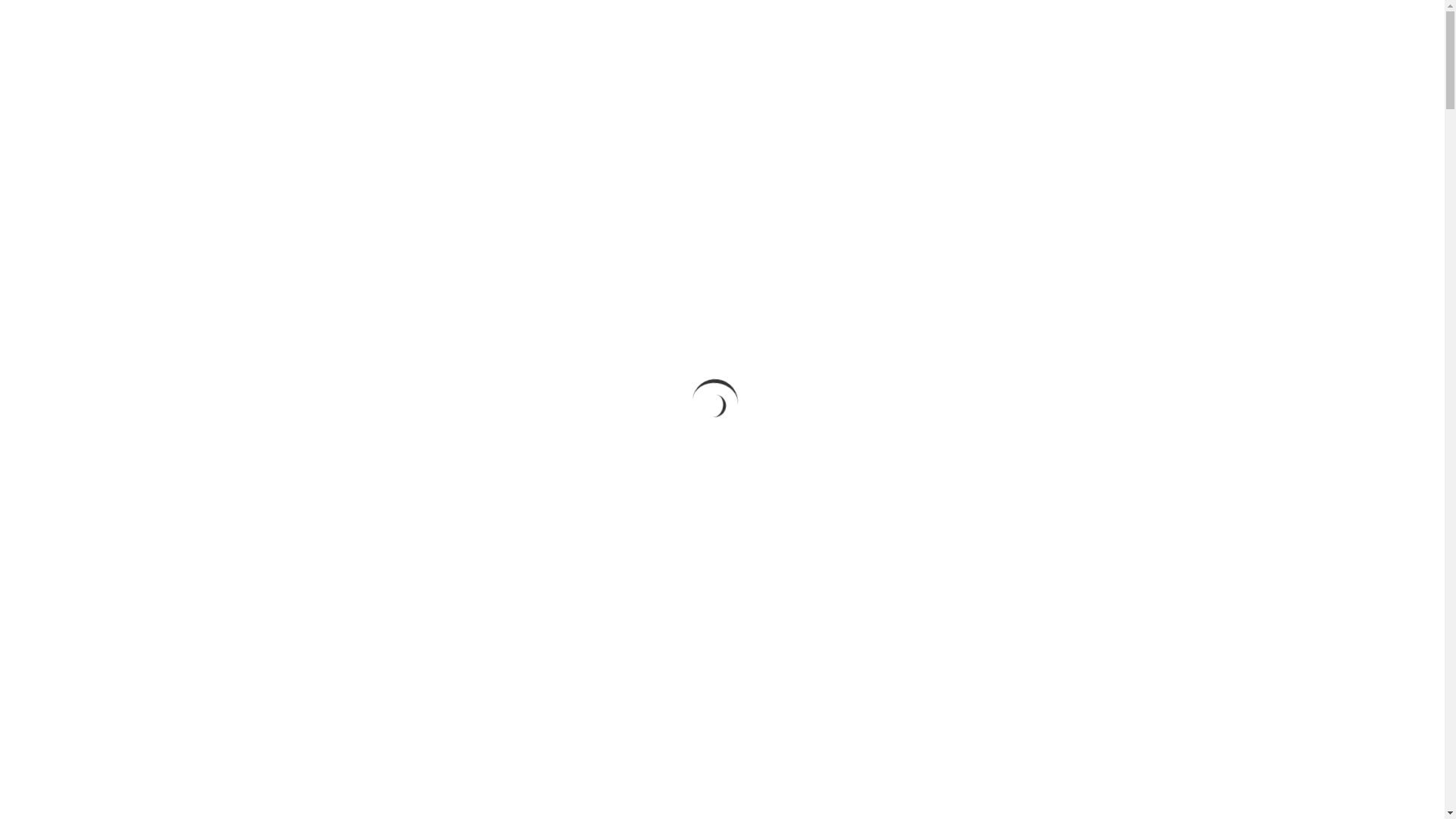 This screenshot has width=1456, height=819. Describe the element at coordinates (557, 28) in the screenshot. I see `'HOME'` at that location.